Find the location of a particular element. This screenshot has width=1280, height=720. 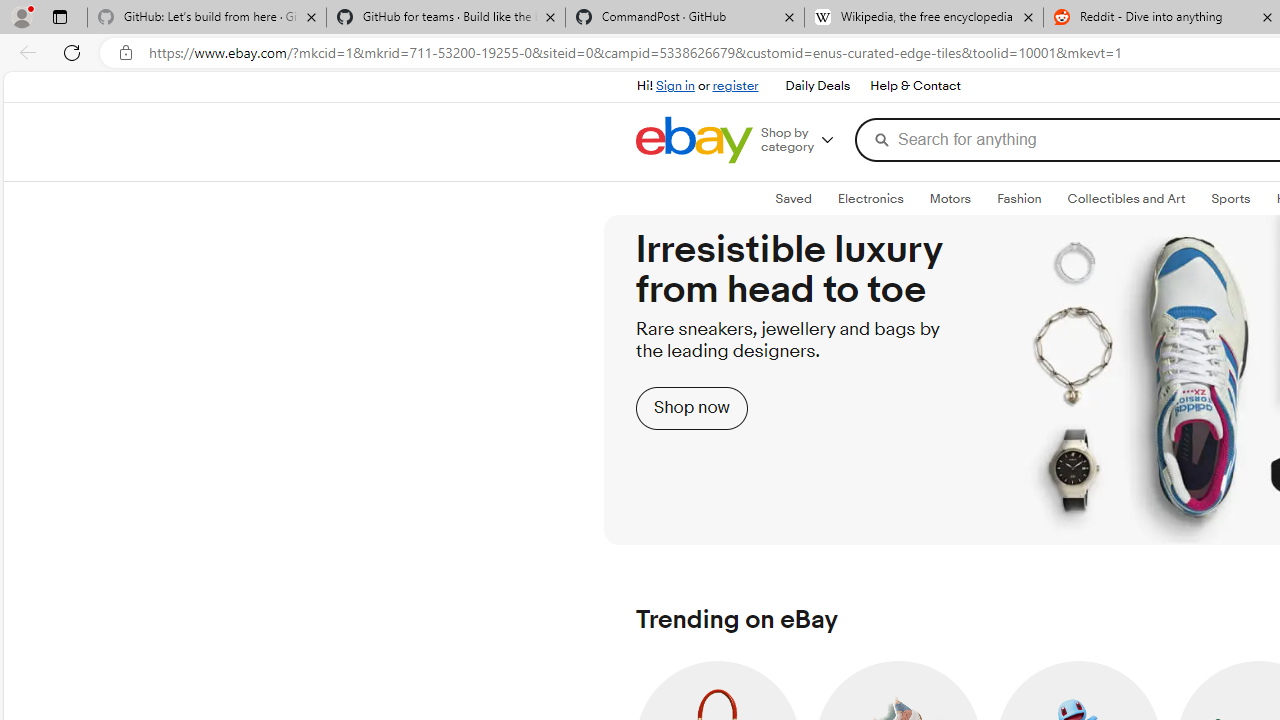

'Fashion' is located at coordinates (1019, 199).